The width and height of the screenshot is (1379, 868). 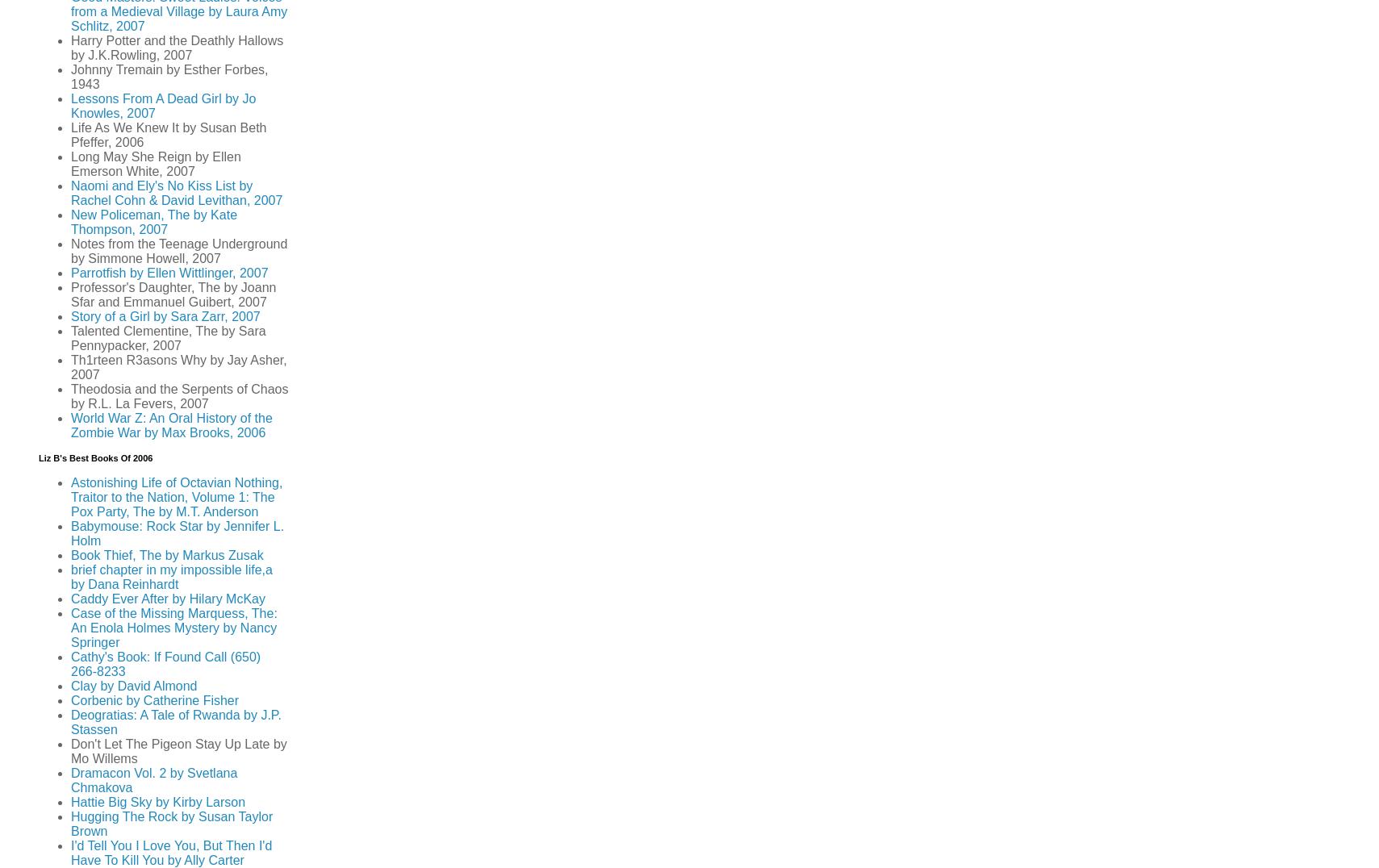 What do you see at coordinates (169, 273) in the screenshot?
I see `'Parrotfish by Ellen Wittlinger, 2007'` at bounding box center [169, 273].